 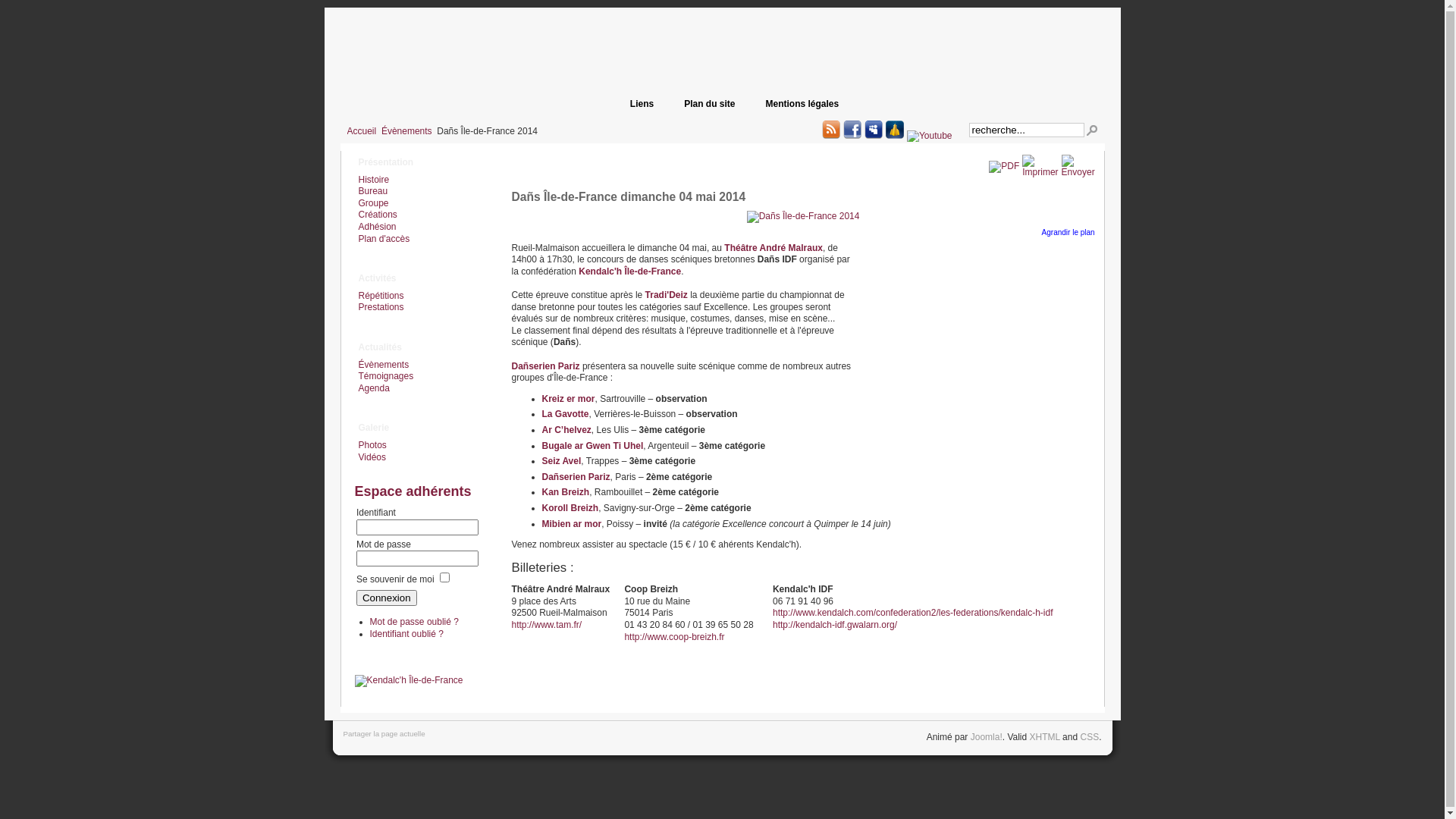 What do you see at coordinates (708, 103) in the screenshot?
I see `'Plan du site'` at bounding box center [708, 103].